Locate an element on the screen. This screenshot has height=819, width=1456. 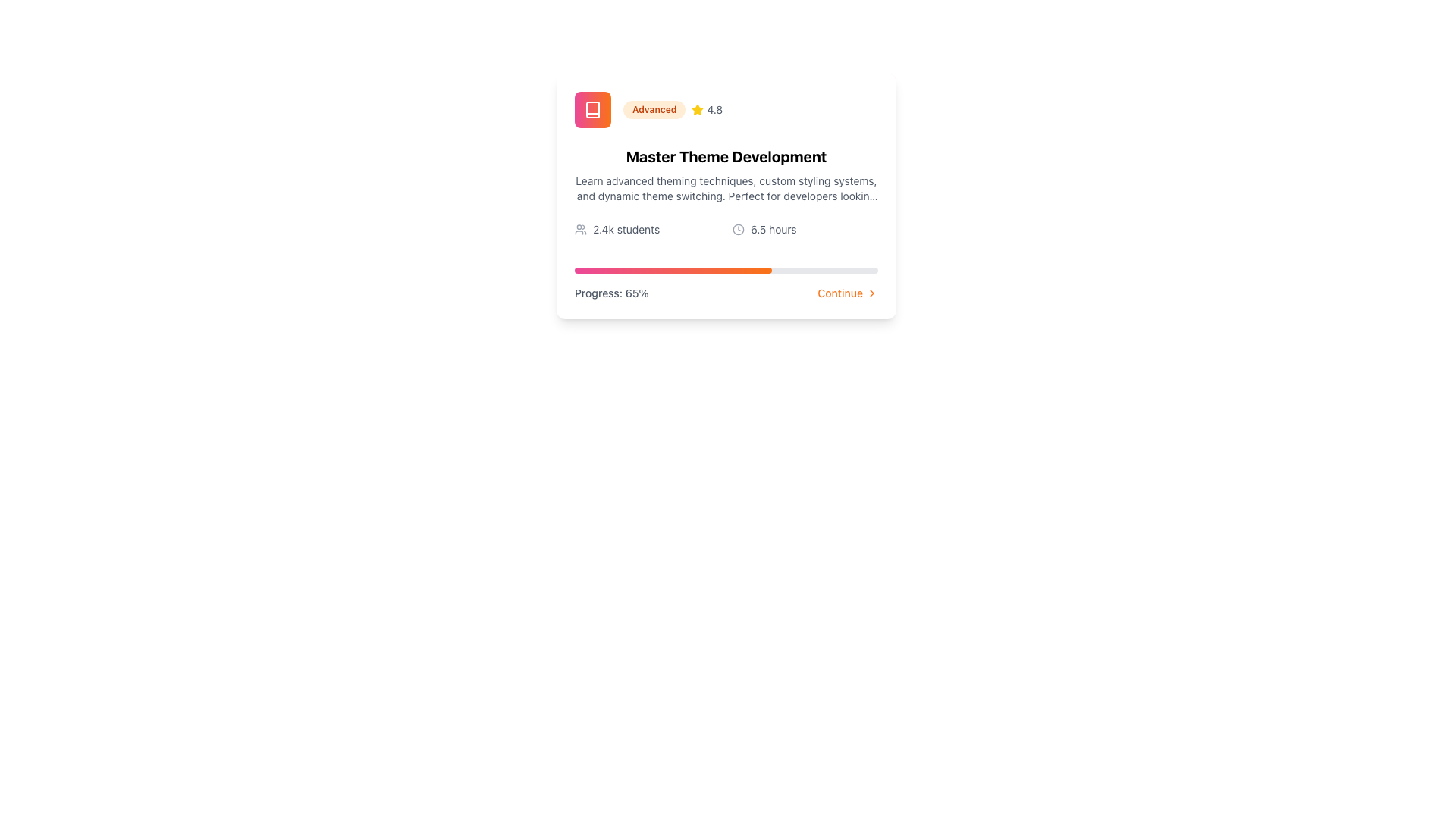
the progress status of the progress bar, which visually represents the completion percentage above the 'Progress: 65%' text and 'Continue' button is located at coordinates (726, 270).